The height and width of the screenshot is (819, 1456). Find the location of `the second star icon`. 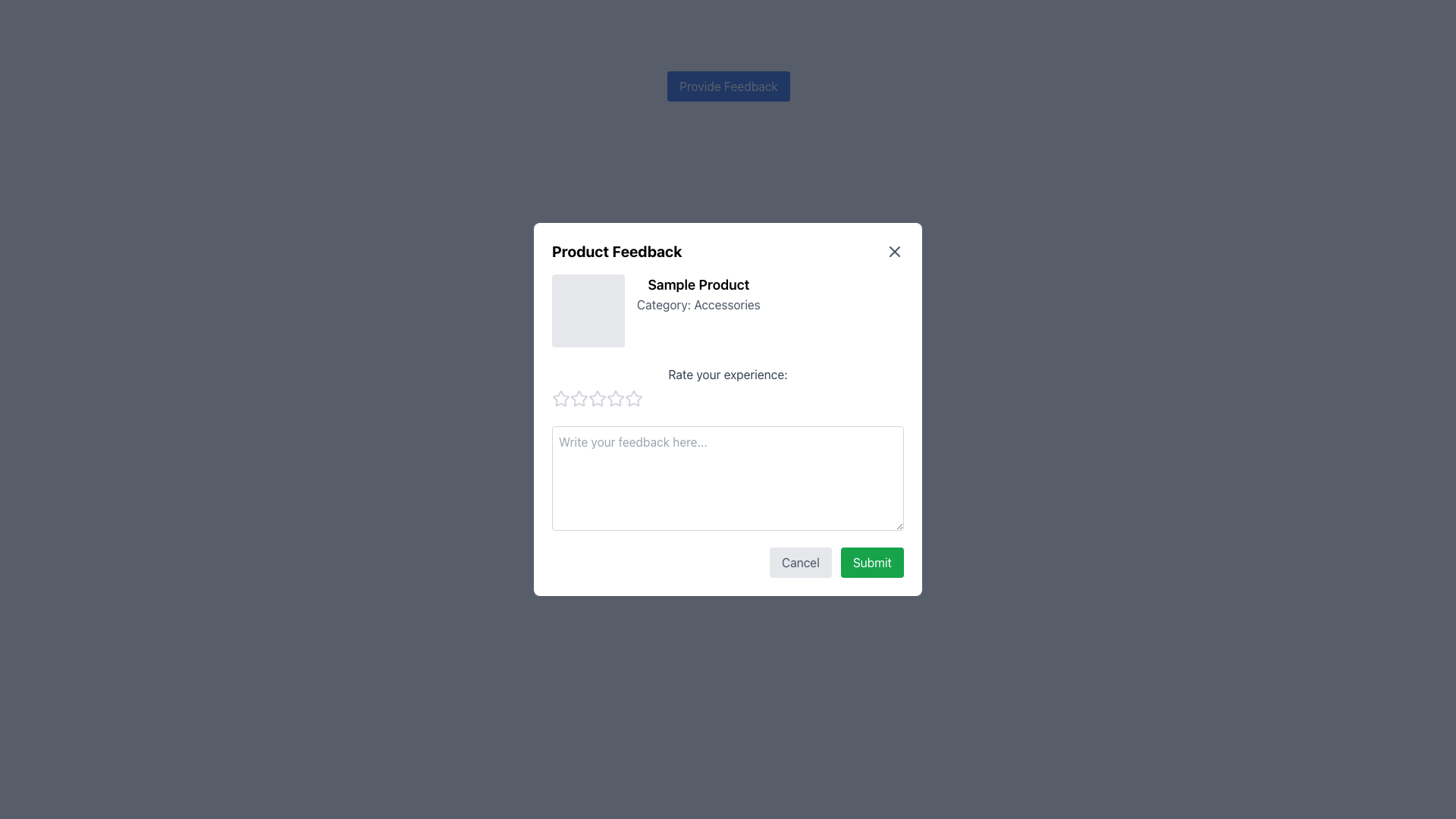

the second star icon is located at coordinates (633, 397).